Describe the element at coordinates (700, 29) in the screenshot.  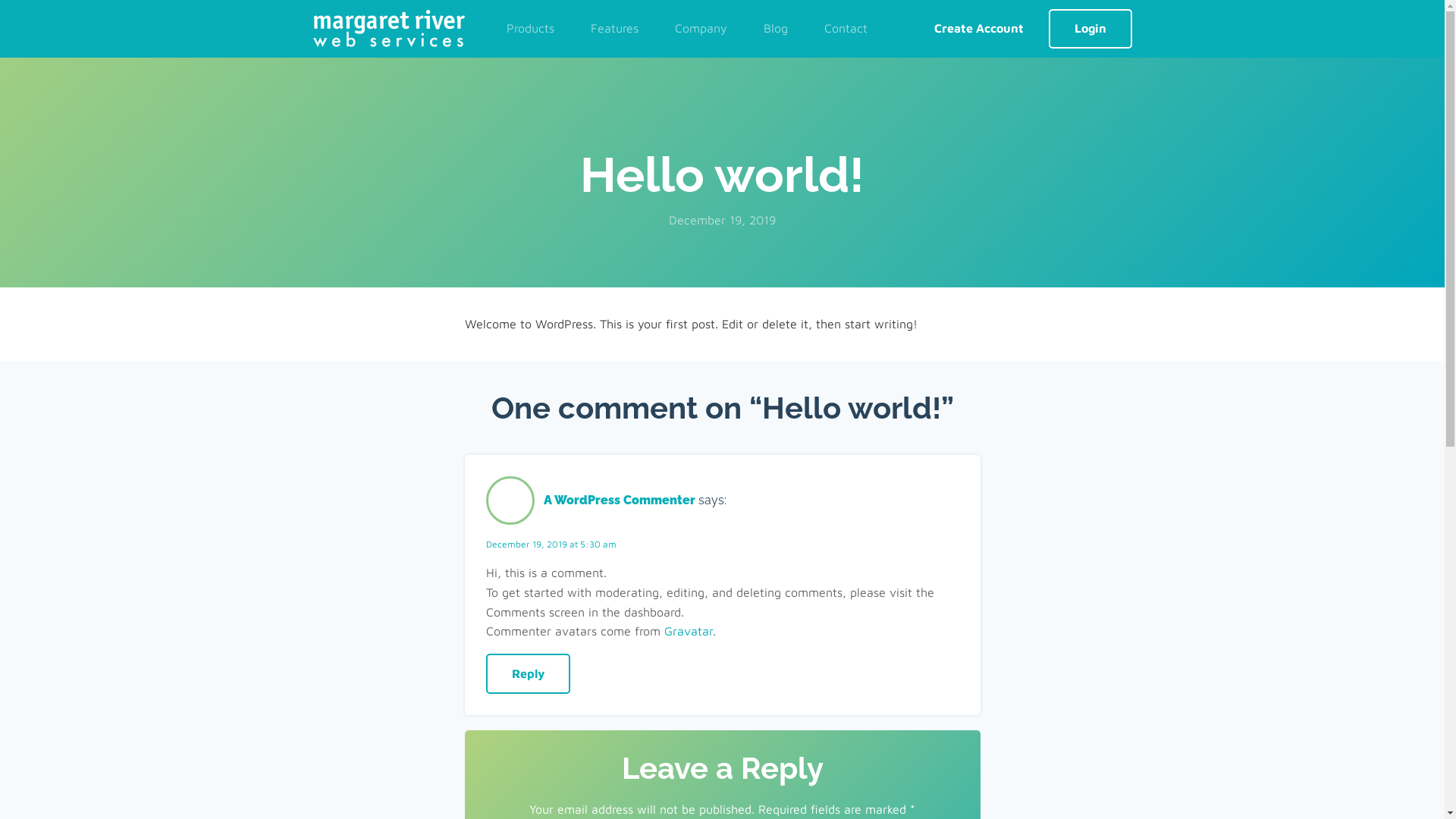
I see `'Company'` at that location.